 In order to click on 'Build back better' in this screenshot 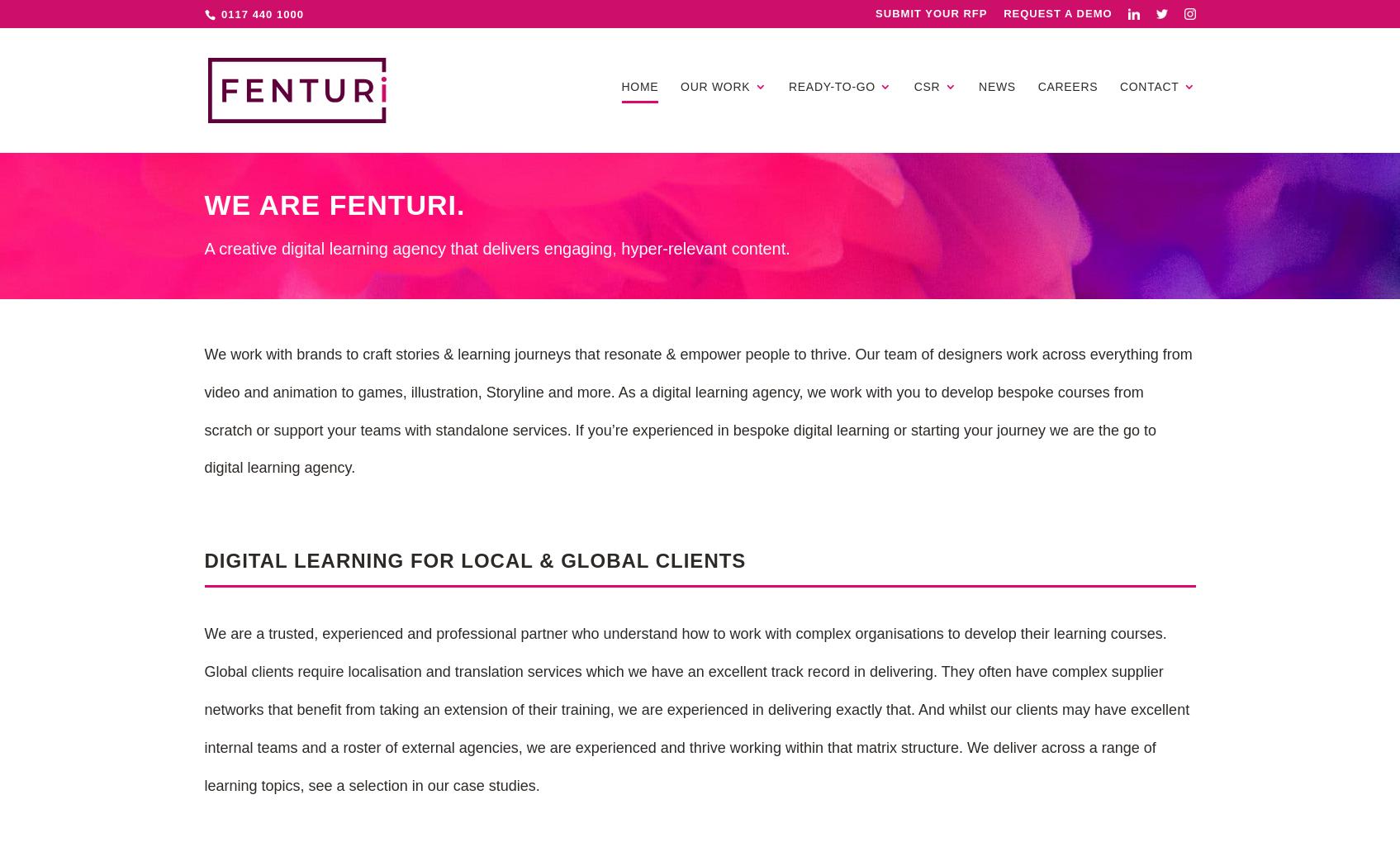, I will do `click(976, 277)`.